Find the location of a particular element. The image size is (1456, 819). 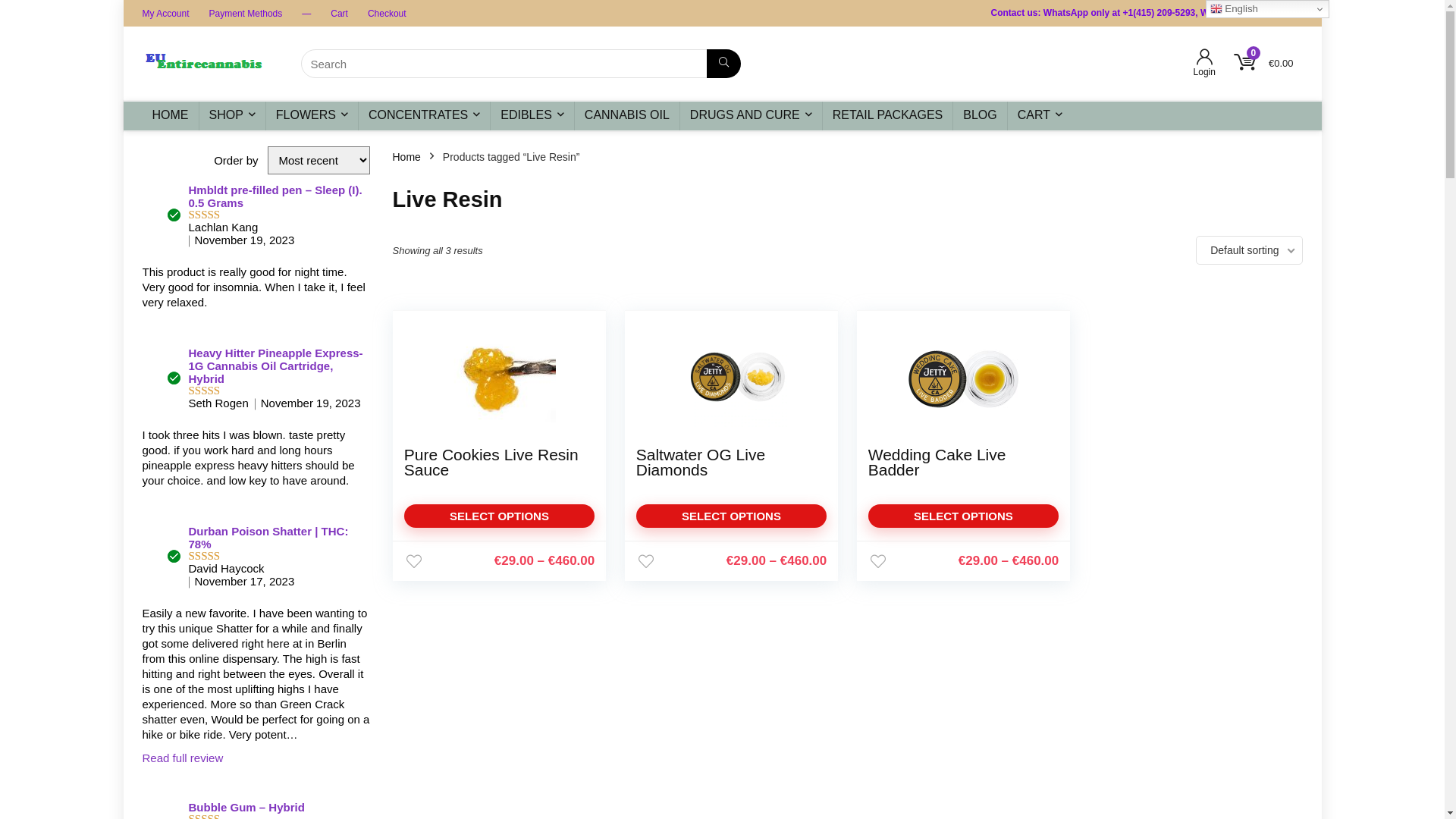

'DRUGS AND CURE' is located at coordinates (679, 115).